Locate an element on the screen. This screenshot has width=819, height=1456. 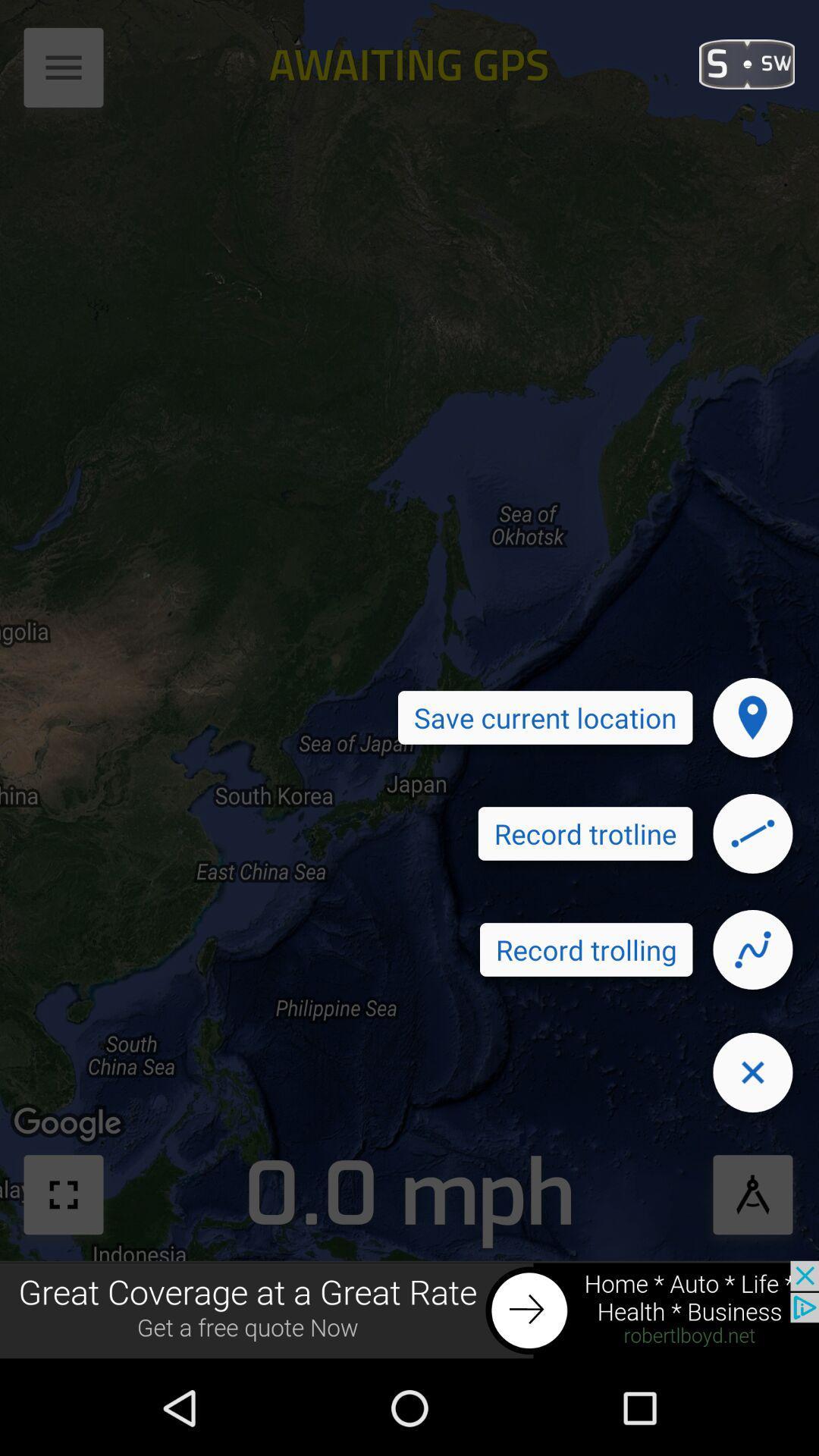
the icon next to record trolling is located at coordinates (752, 949).